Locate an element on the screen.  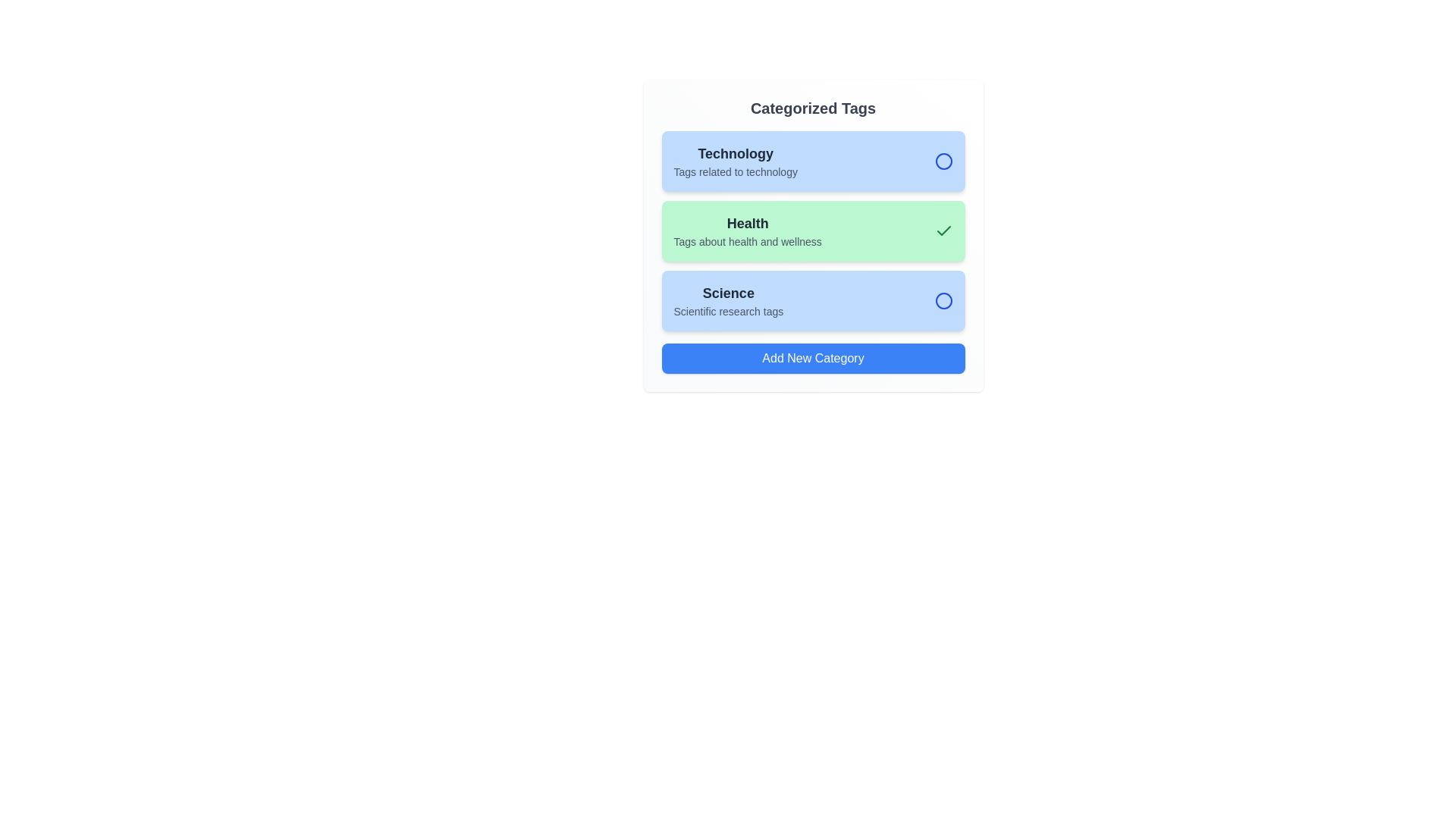
the category Science to observe the hover effect is located at coordinates (812, 301).